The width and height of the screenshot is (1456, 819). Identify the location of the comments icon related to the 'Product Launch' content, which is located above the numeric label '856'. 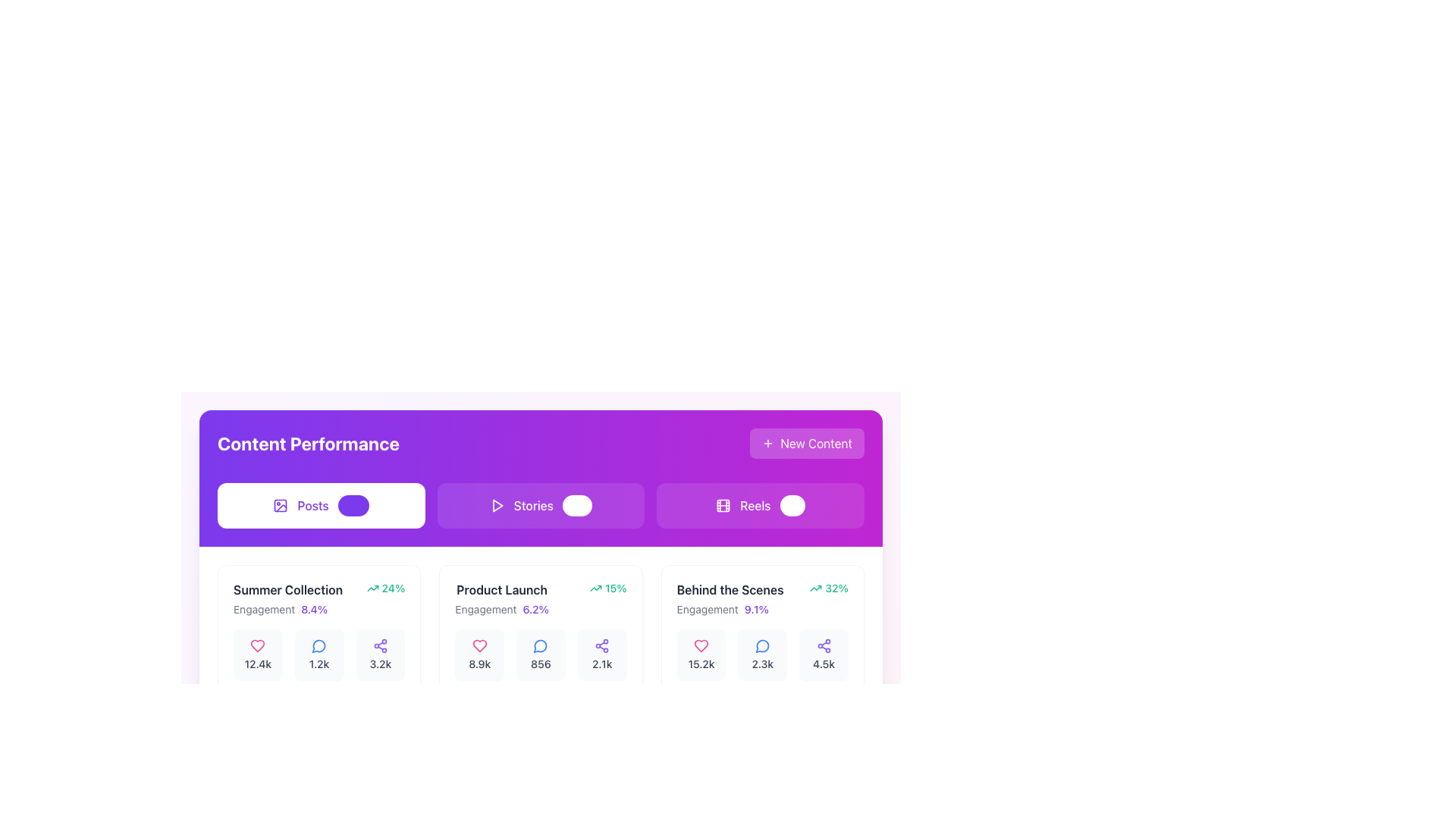
(541, 646).